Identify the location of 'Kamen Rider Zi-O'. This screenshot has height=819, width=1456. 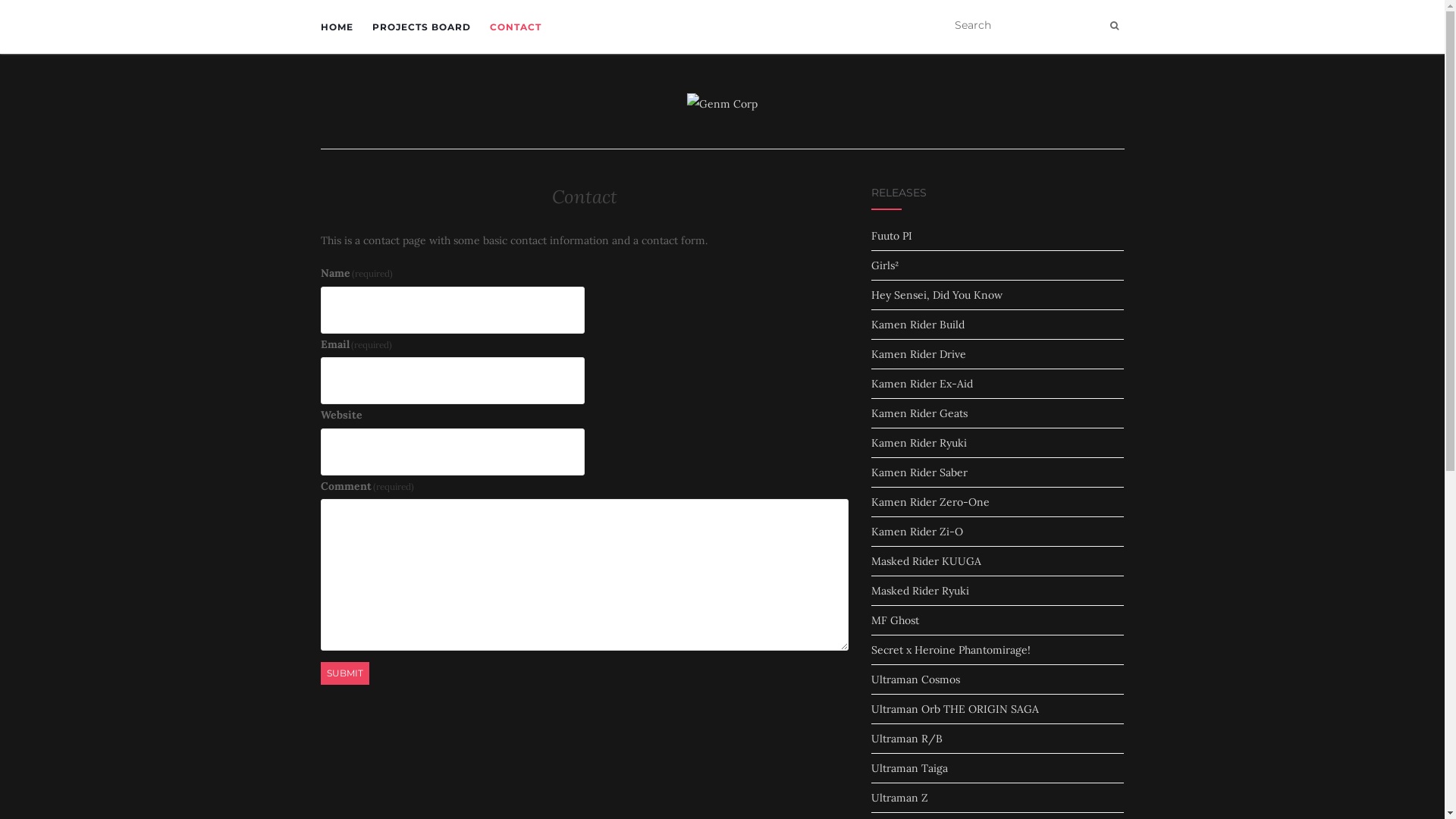
(916, 531).